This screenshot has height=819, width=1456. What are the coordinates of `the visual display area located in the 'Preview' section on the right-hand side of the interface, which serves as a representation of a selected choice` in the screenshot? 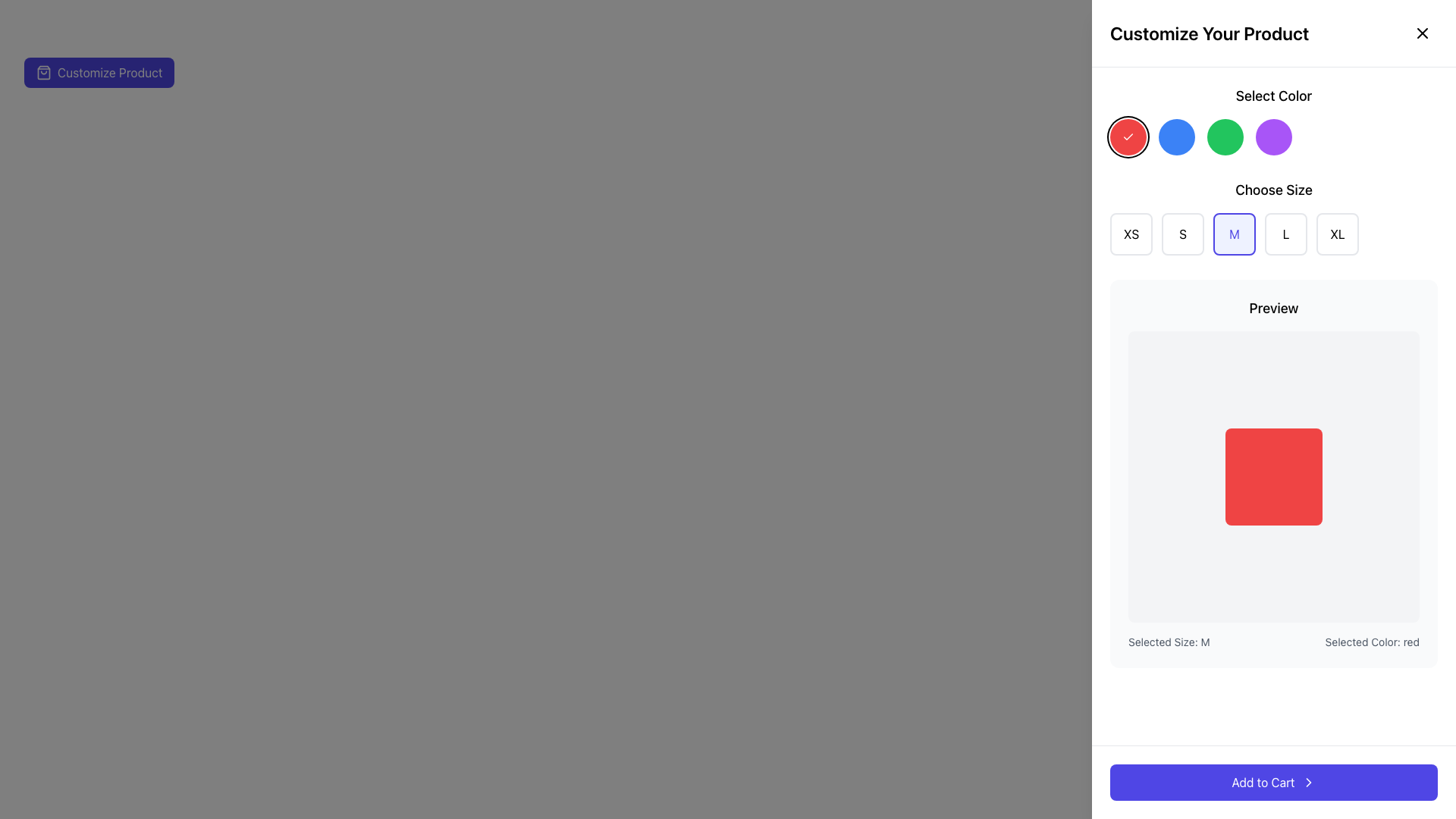 It's located at (1274, 475).